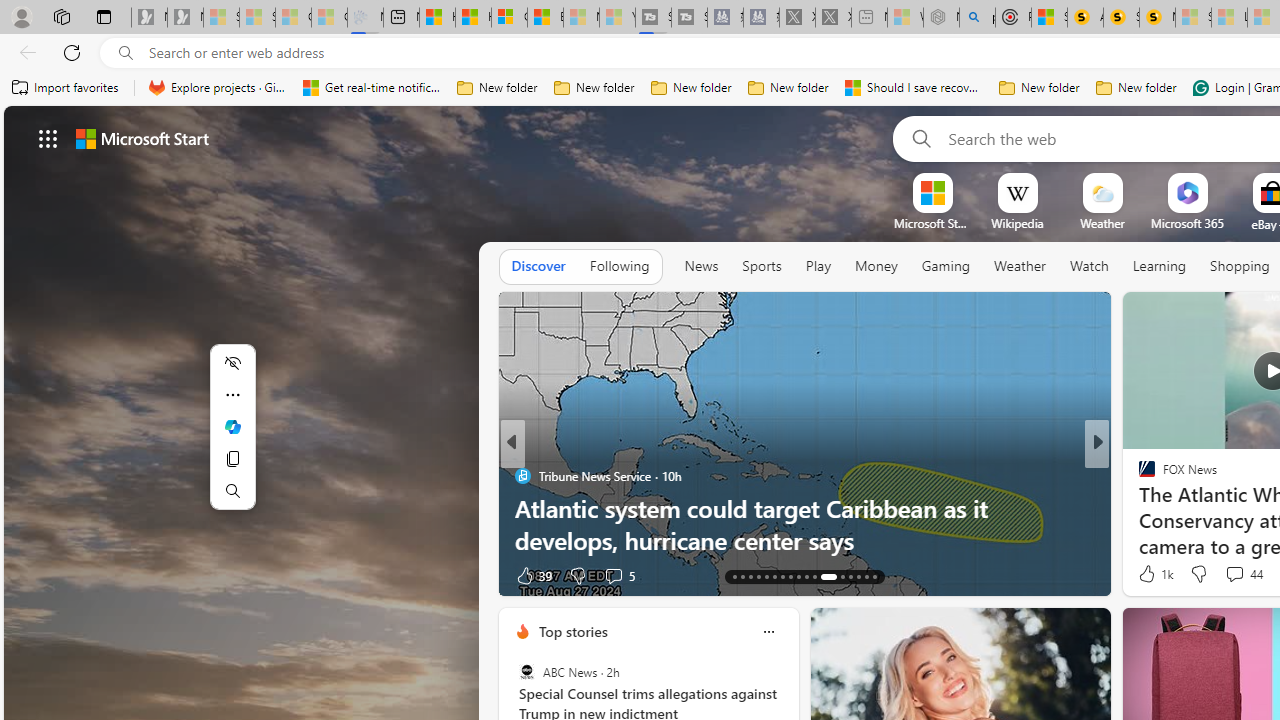 The image size is (1280, 720). What do you see at coordinates (912, 87) in the screenshot?
I see `'Should I save recovered Word documents? - Microsoft Support'` at bounding box center [912, 87].